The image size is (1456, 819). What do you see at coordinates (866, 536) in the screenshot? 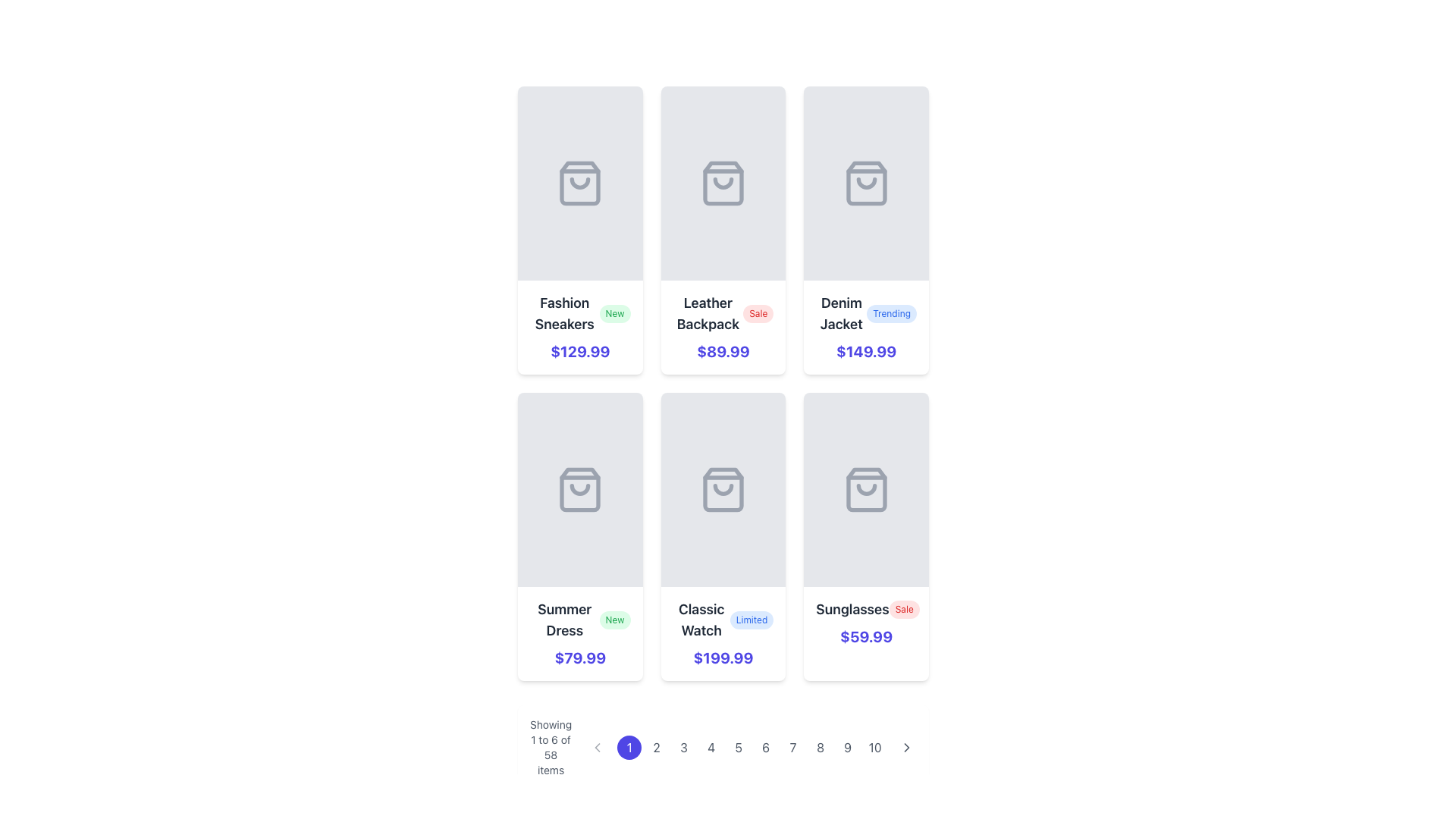
I see `the price '$59.99' located on the product card representing 'Sunglasses' in the grid layout, which is the sixth product card on the page` at bounding box center [866, 536].